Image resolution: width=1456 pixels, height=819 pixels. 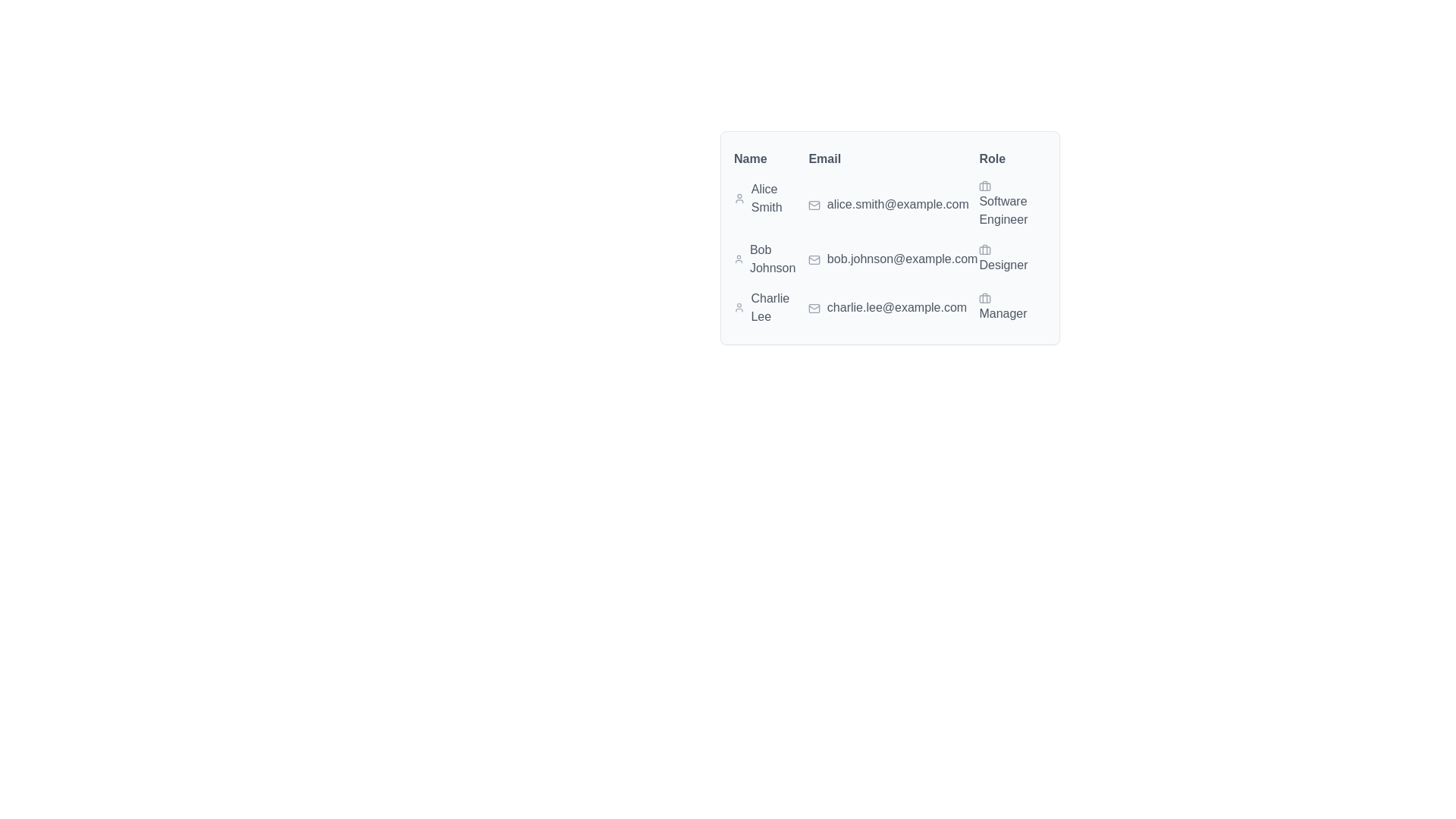 I want to click on the vertical line segment of the icon representing 'Charlie Lee's role in the table under the 'Role' heading, so click(x=985, y=298).